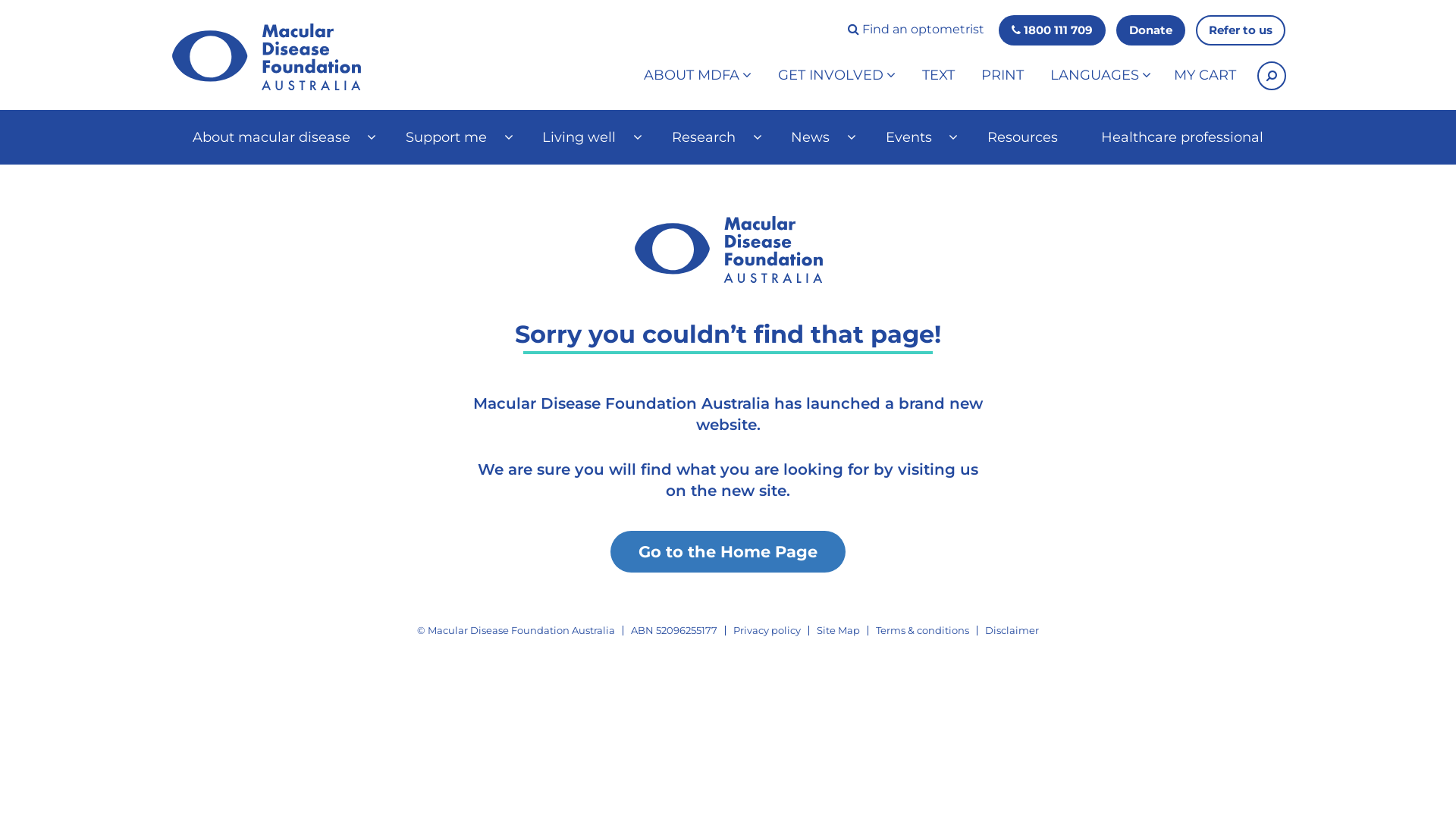  What do you see at coordinates (1241, 30) in the screenshot?
I see `'Refer to us'` at bounding box center [1241, 30].